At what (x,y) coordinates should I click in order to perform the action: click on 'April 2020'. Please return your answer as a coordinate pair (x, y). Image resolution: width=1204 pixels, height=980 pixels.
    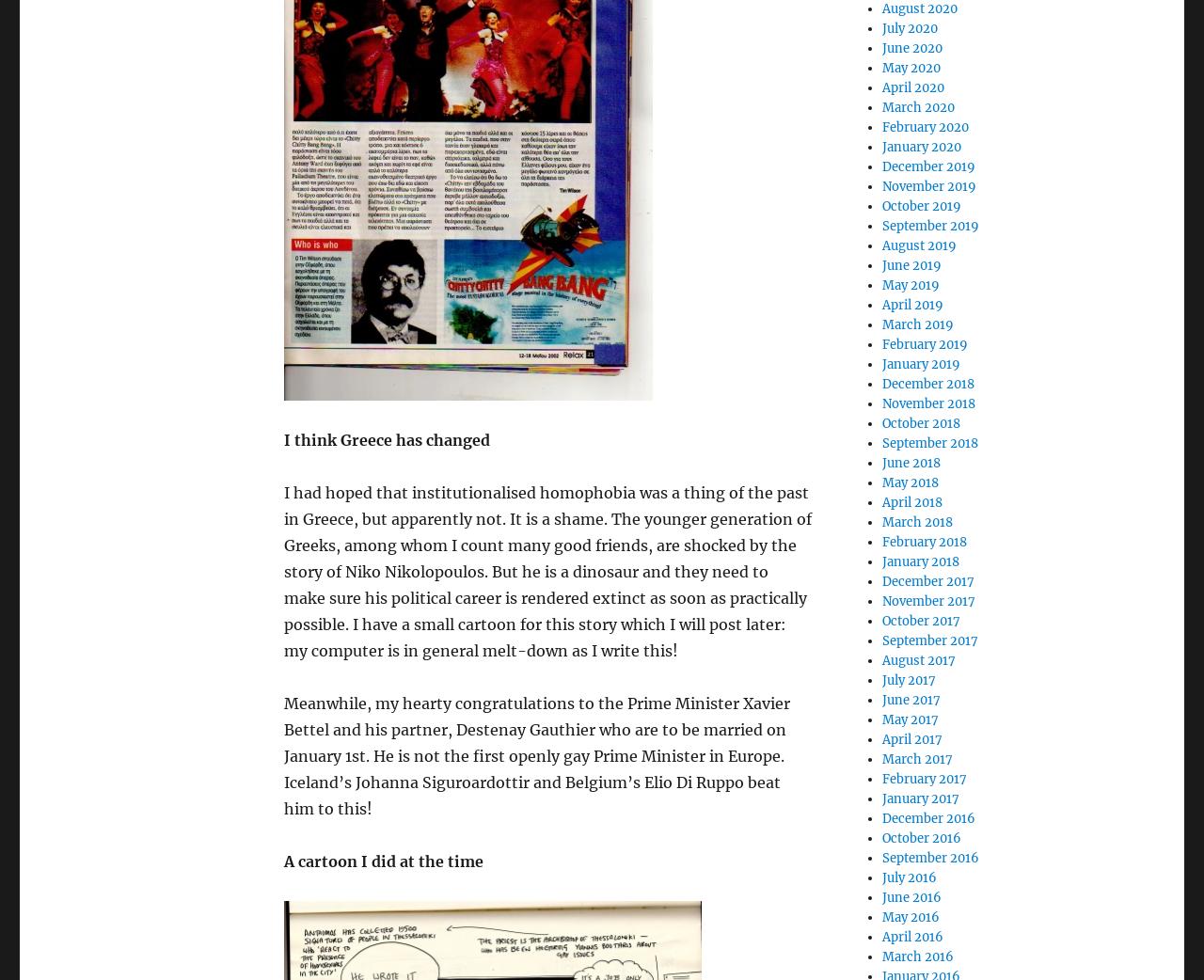
    Looking at the image, I should click on (911, 87).